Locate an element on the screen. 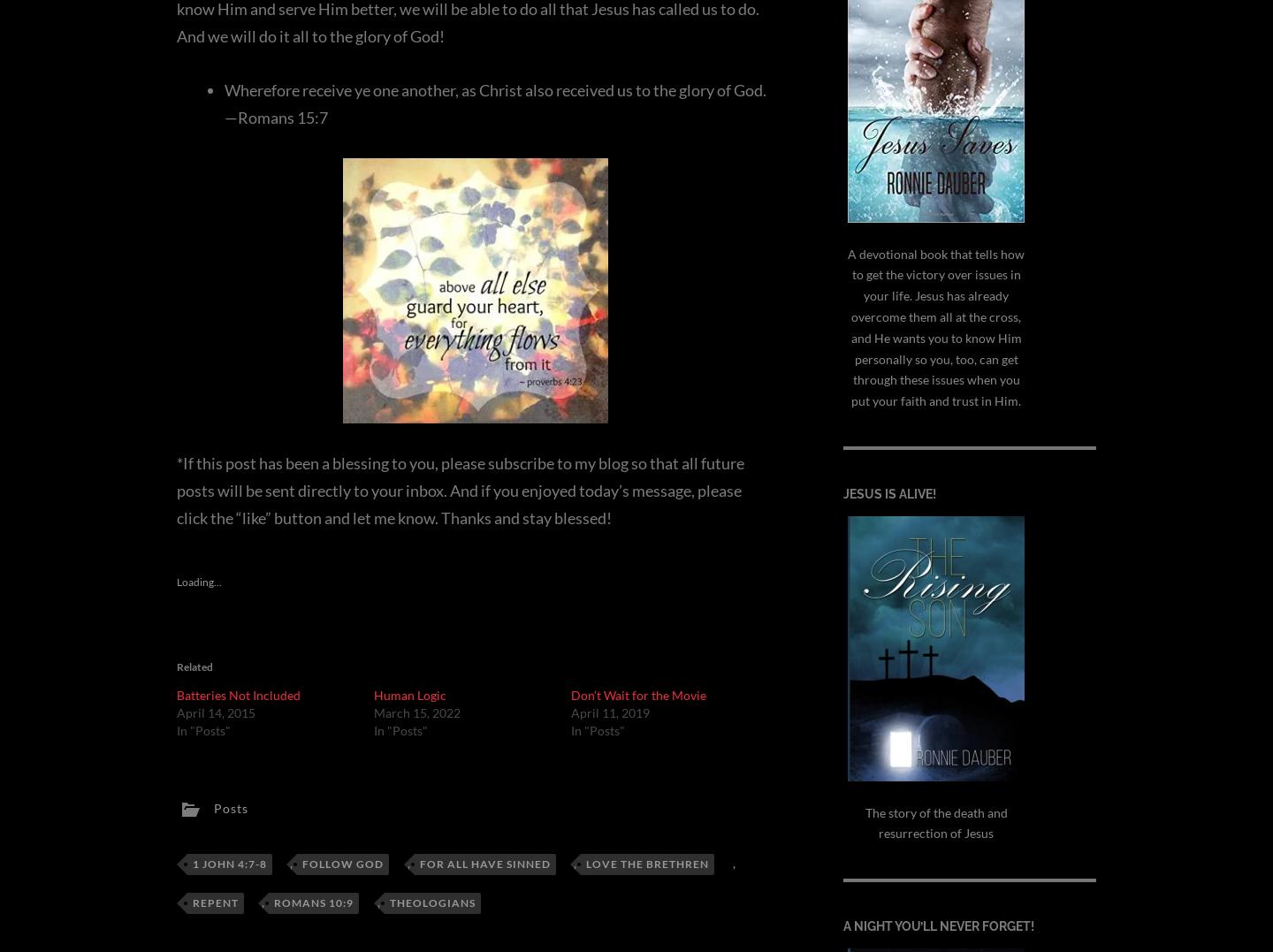 The height and width of the screenshot is (952, 1273). 'Wherefore receive ye one another, as Christ also received us to the glory of God.—Romans 15:7' is located at coordinates (495, 102).